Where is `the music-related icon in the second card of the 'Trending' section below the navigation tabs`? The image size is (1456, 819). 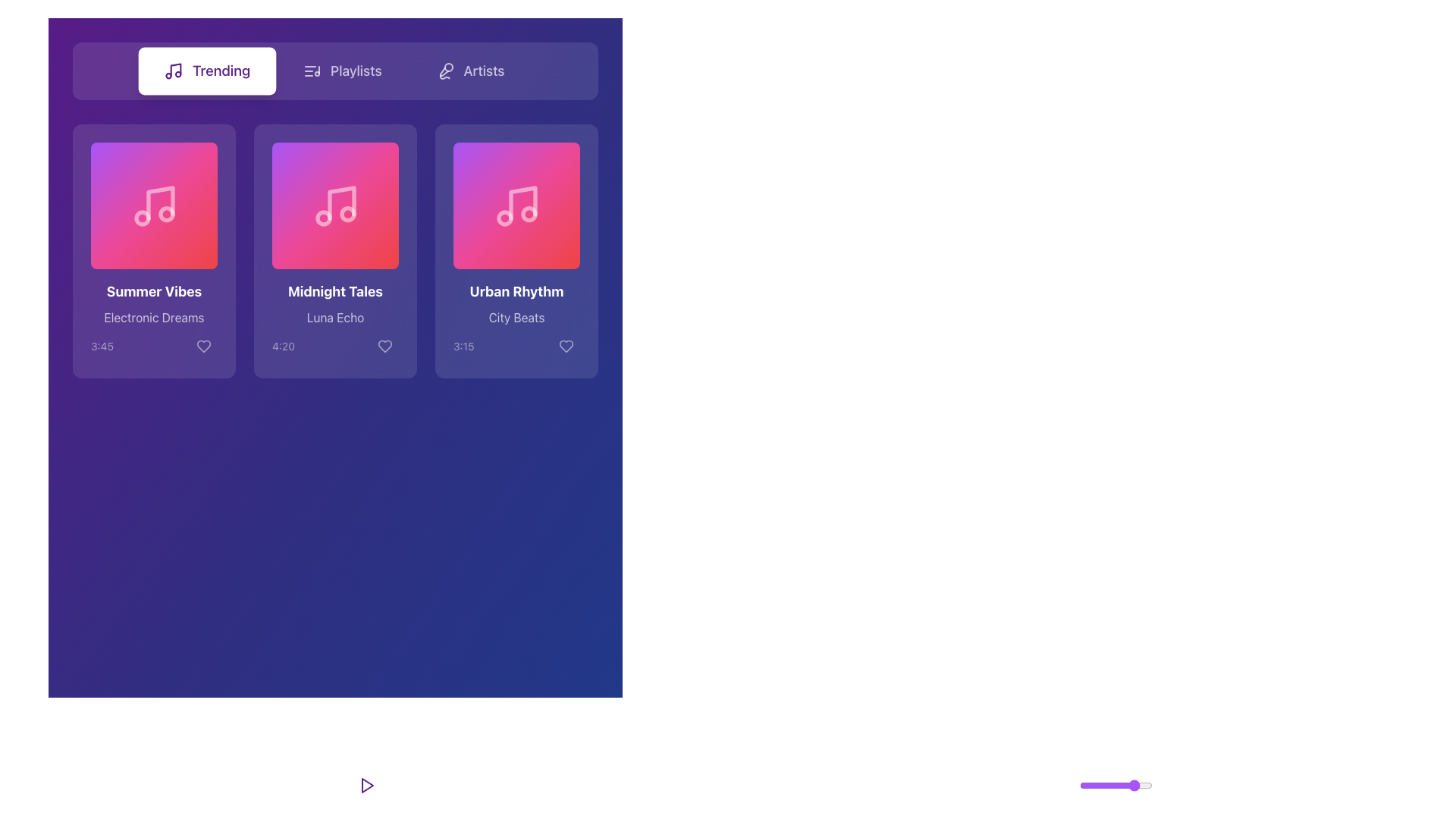
the music-related icon in the second card of the 'Trending' section below the navigation tabs is located at coordinates (334, 206).